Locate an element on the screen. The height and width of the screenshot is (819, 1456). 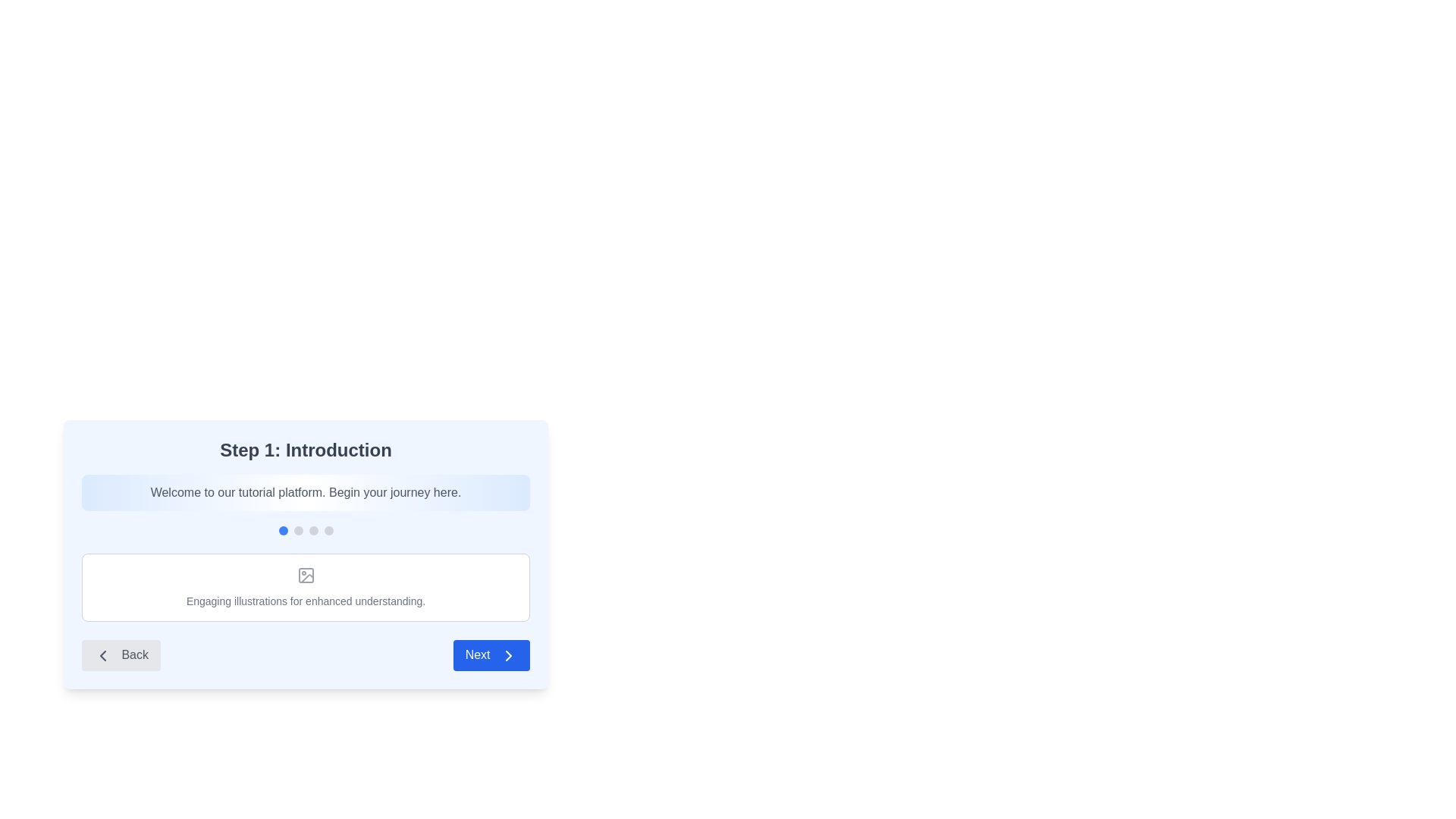
the forward action icon located at the center-right of the 'Next' button in the bottom-right corner of the interface is located at coordinates (509, 654).